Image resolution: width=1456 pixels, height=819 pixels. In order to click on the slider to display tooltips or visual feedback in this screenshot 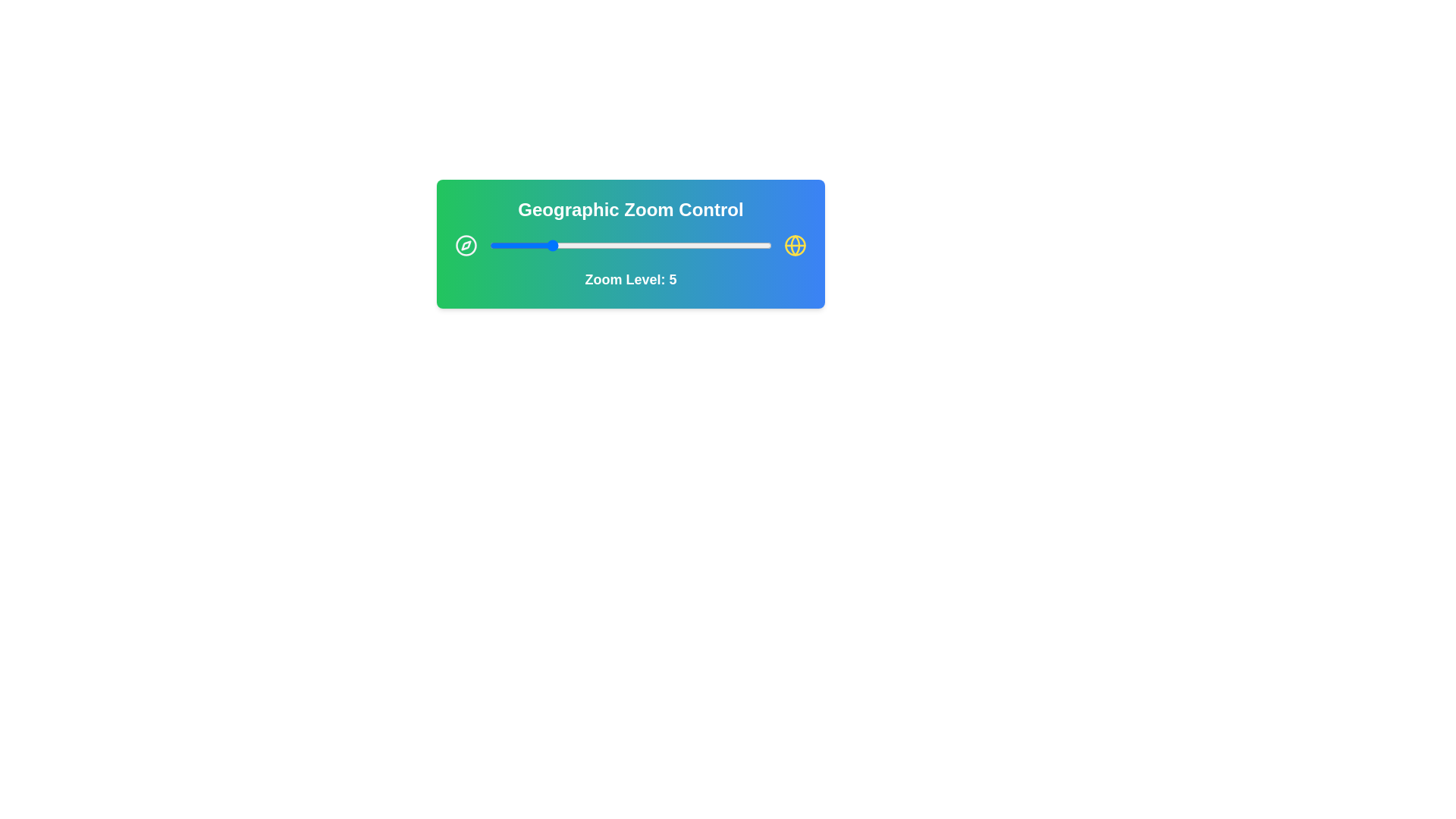, I will do `click(630, 245)`.